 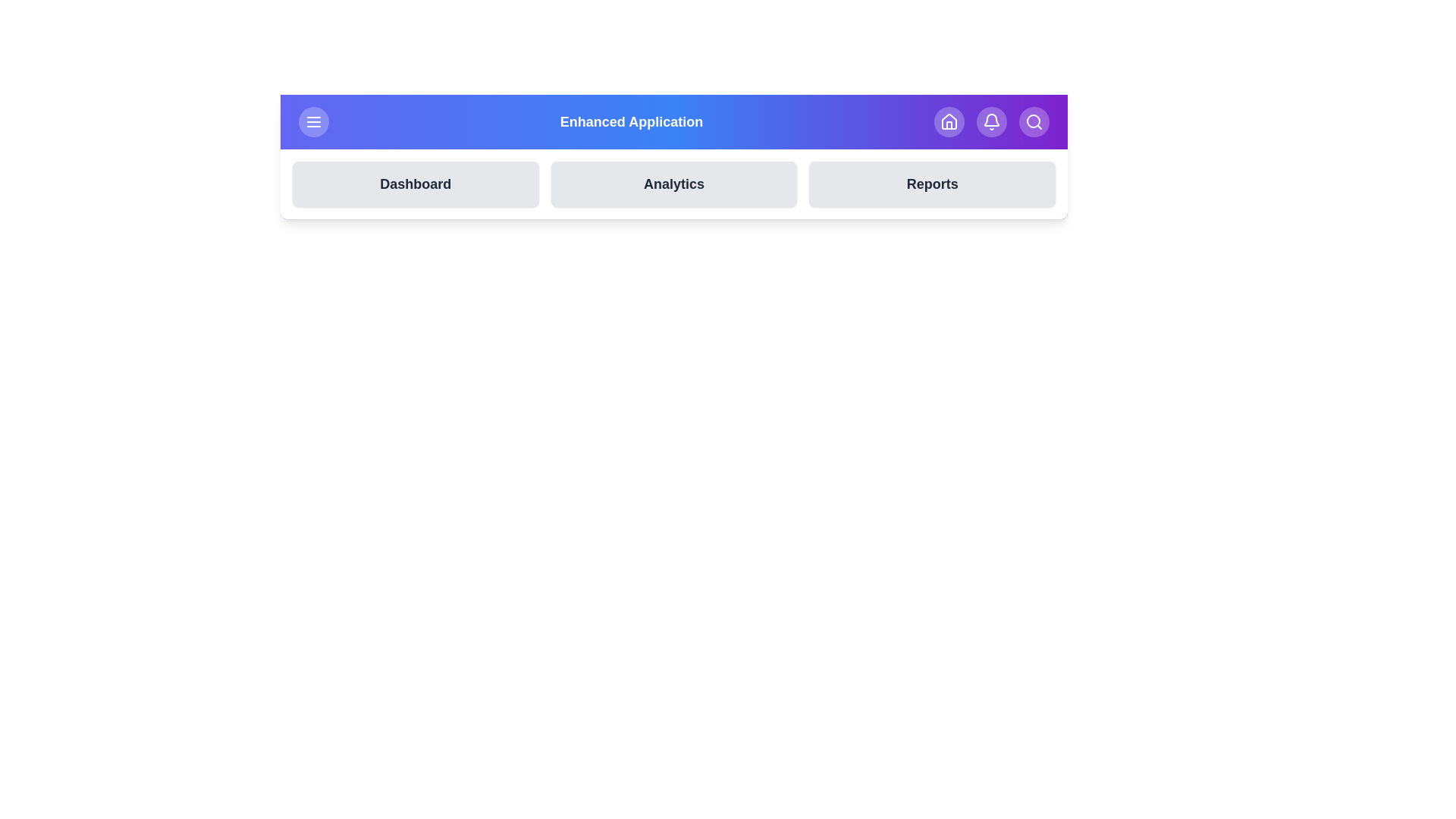 What do you see at coordinates (931, 184) in the screenshot?
I see `the 'Reports' button` at bounding box center [931, 184].